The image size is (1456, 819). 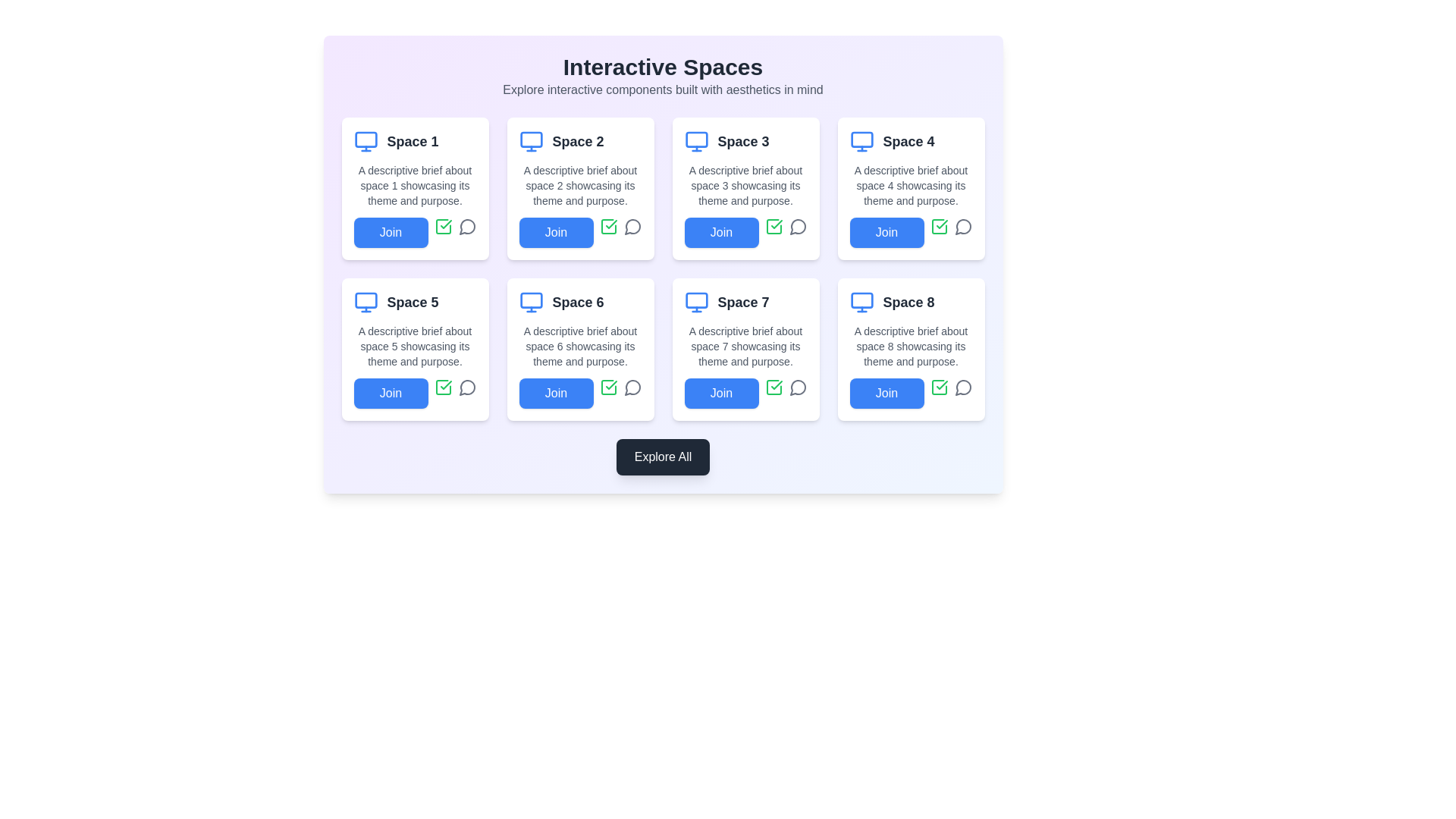 What do you see at coordinates (910, 185) in the screenshot?
I see `the text element providing description about the 'Space 4' theme, located below the heading 'Space 4' and above the 'Join' button in the fourth card of the grid layout` at bounding box center [910, 185].